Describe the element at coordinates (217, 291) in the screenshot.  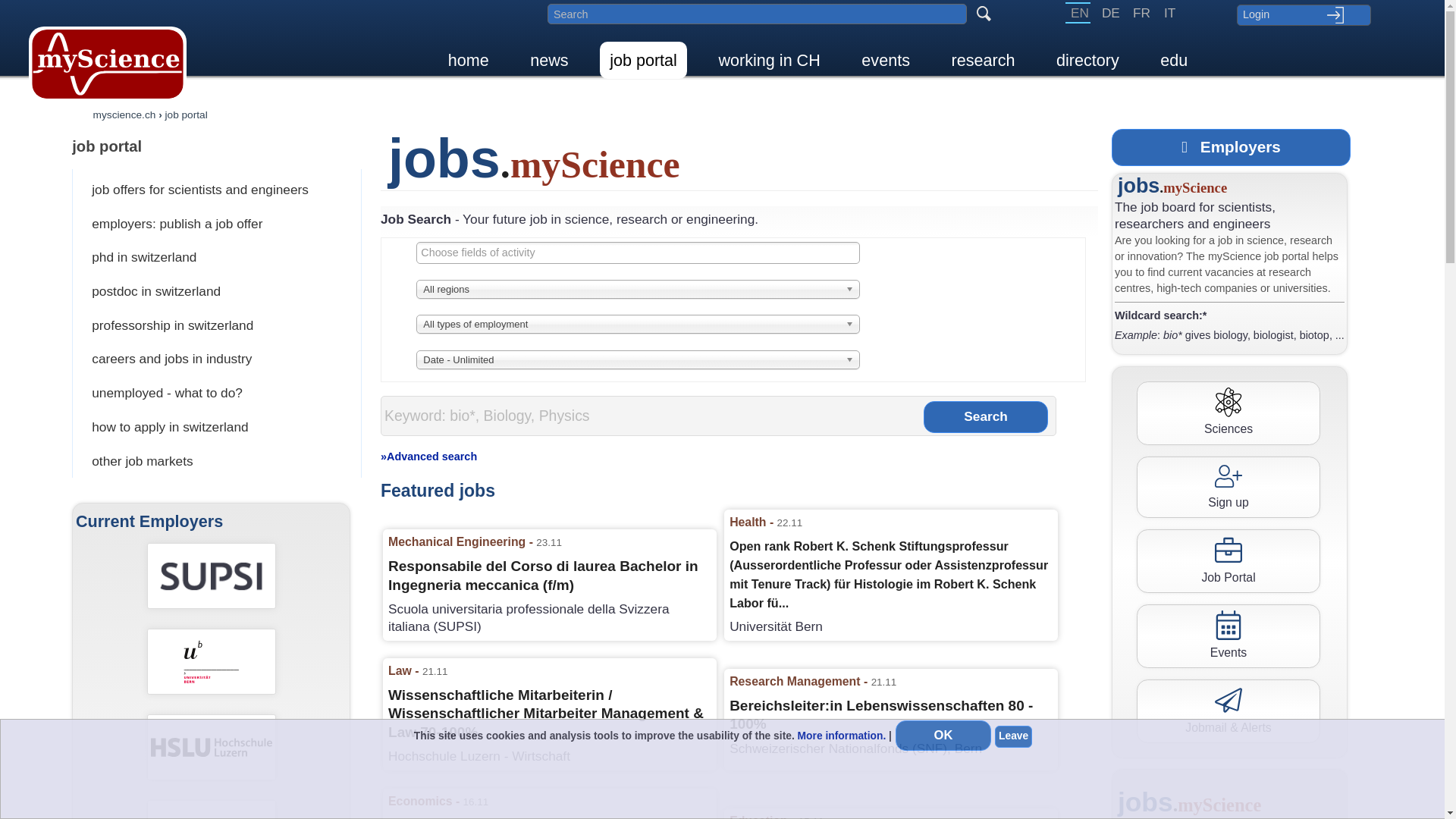
I see `'postdoc in switzerland'` at that location.